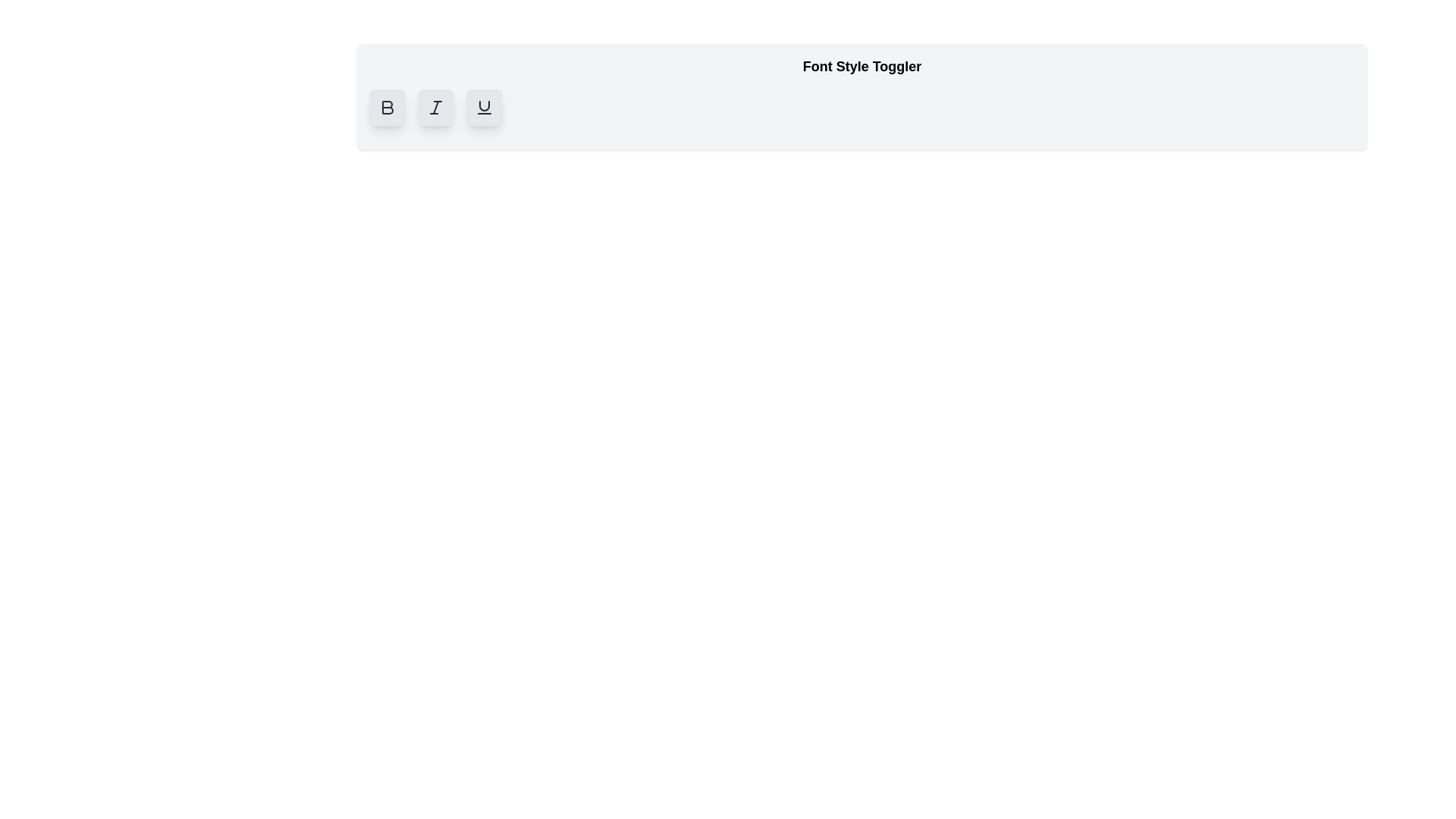 This screenshot has width=1456, height=819. What do you see at coordinates (435, 107) in the screenshot?
I see `the italic toggle button, which is the second button in a horizontal group of three buttons` at bounding box center [435, 107].